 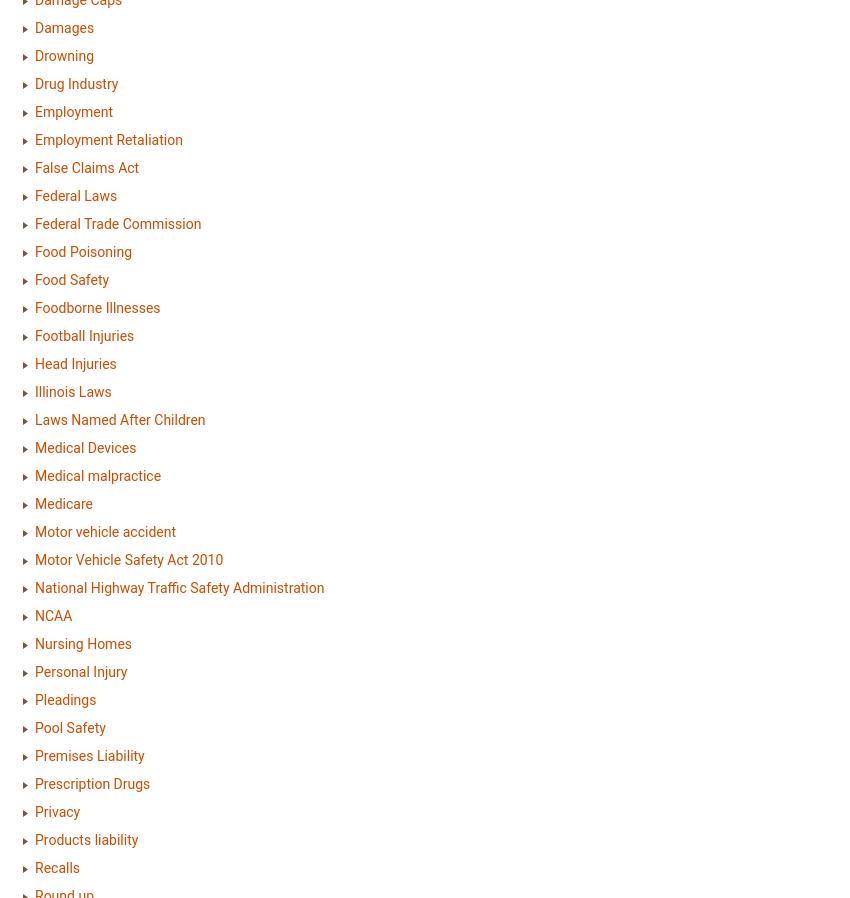 What do you see at coordinates (65, 699) in the screenshot?
I see `'Pleadings'` at bounding box center [65, 699].